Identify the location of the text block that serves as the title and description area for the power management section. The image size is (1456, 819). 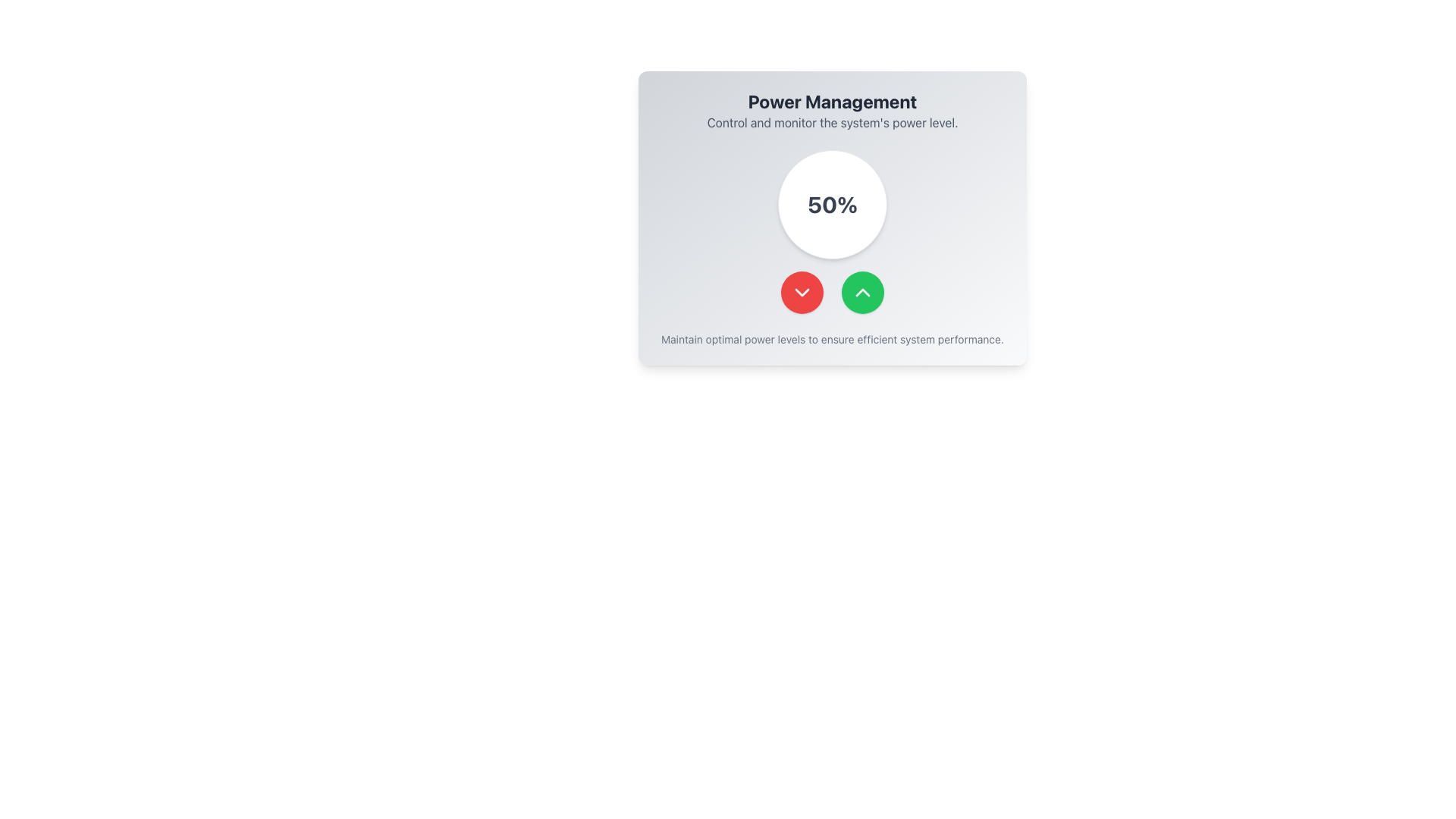
(832, 110).